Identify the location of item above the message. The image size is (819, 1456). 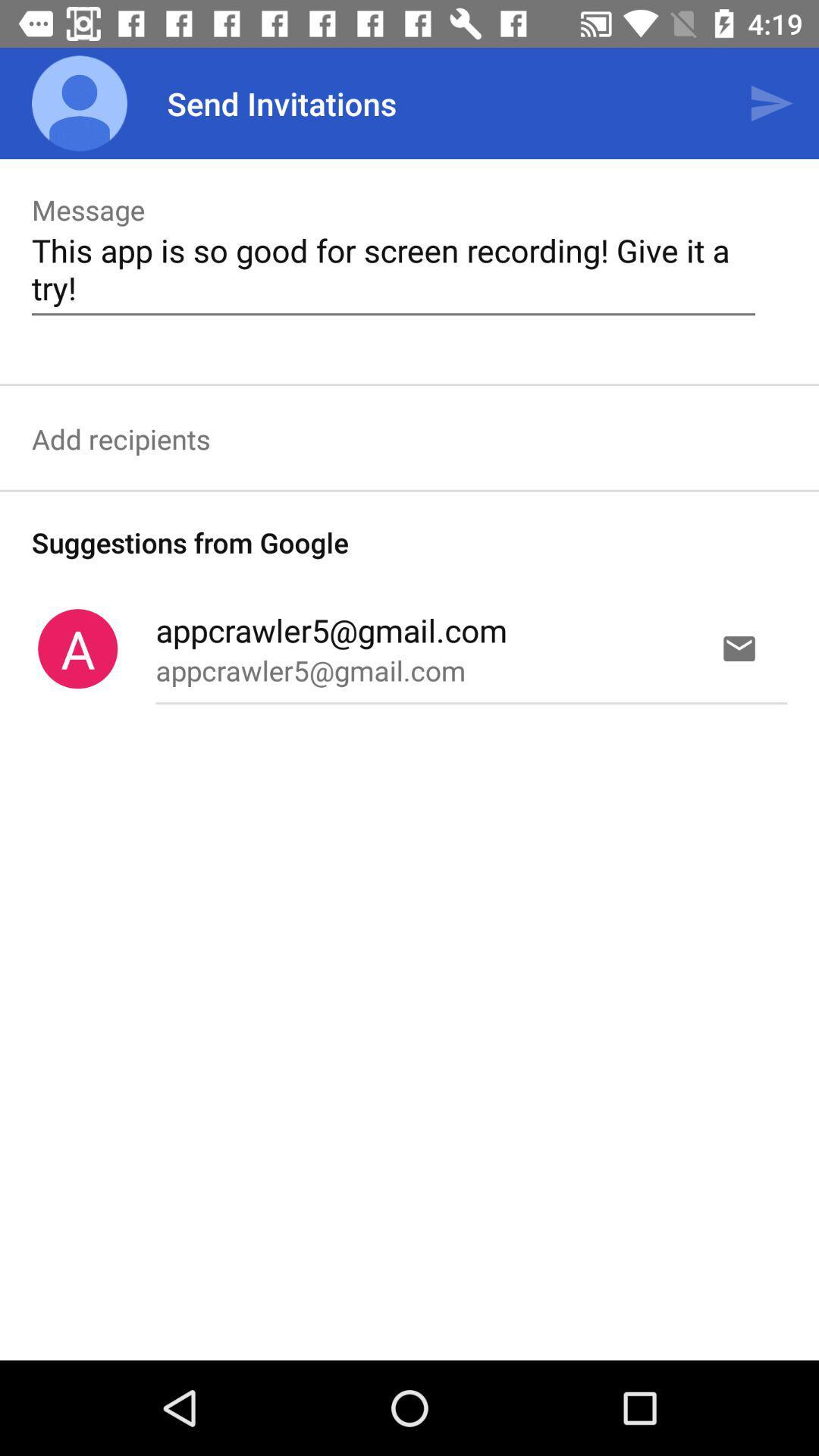
(79, 102).